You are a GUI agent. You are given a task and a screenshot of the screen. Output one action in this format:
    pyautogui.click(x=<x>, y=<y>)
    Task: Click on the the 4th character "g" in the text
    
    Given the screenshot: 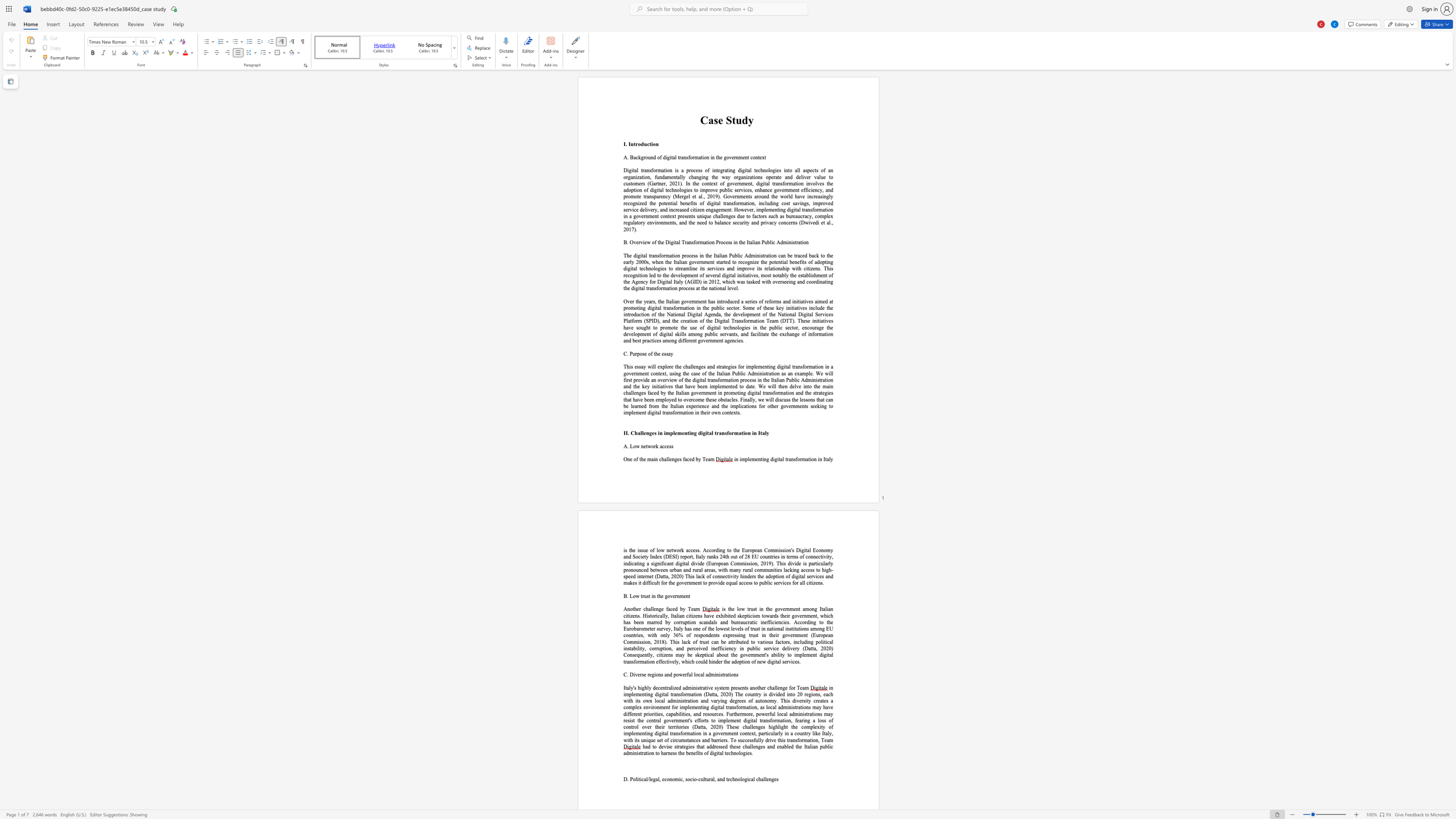 What is the action you would take?
    pyautogui.click(x=694, y=314)
    